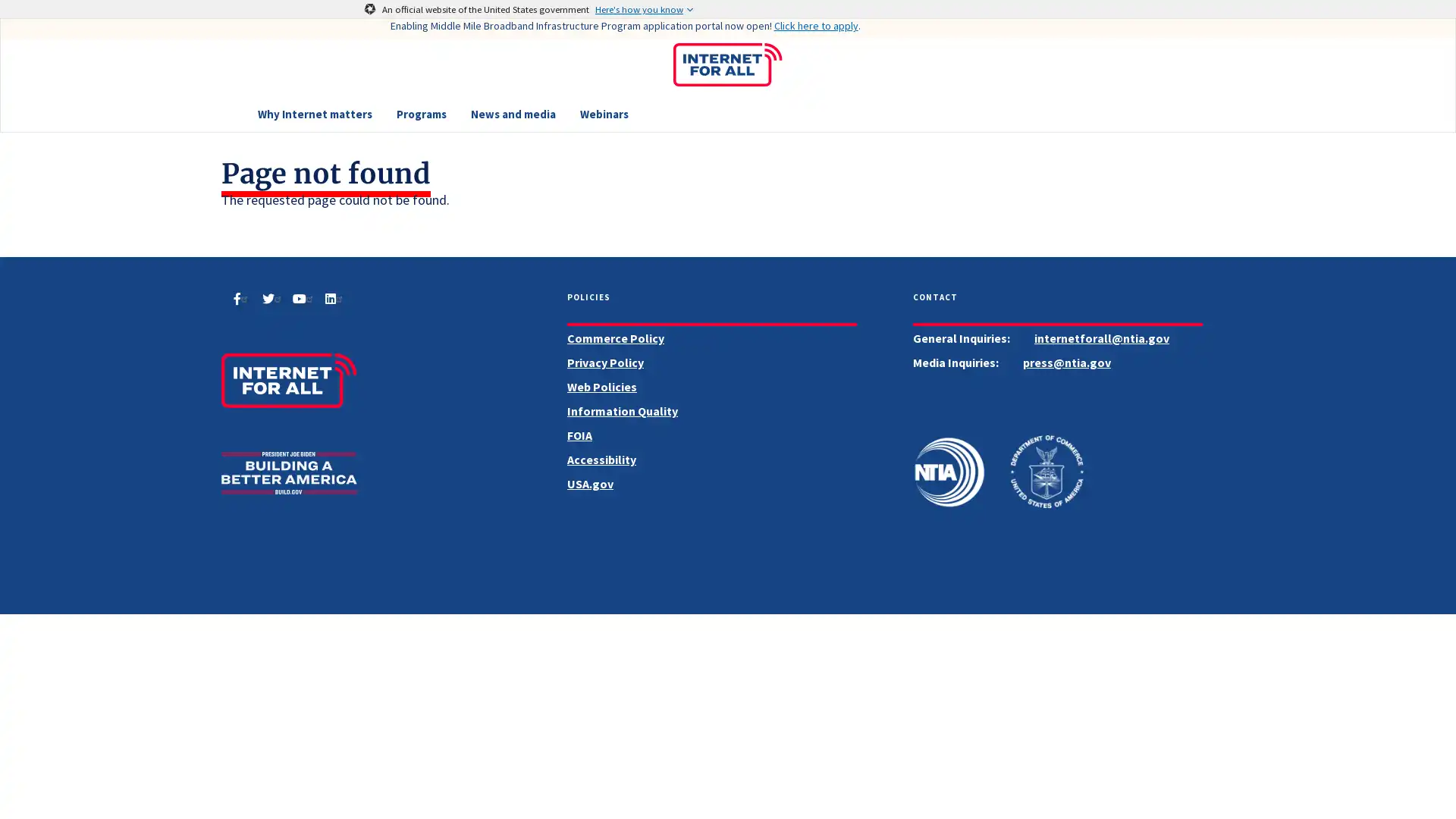  I want to click on Here's how you know, so click(644, 8).